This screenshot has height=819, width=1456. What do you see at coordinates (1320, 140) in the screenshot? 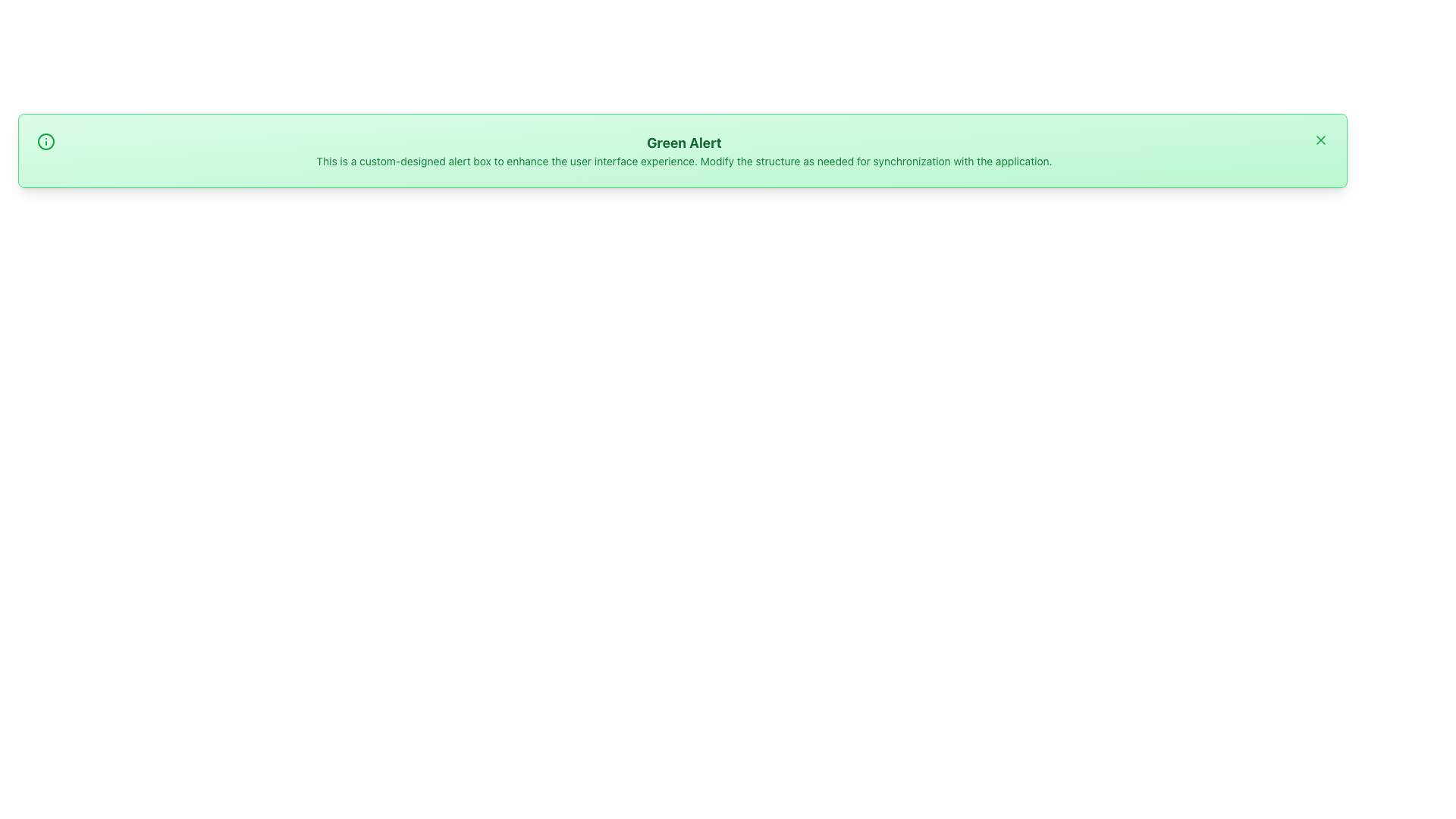
I see `the small square button with a bold green 'X' symbol at the far-right end of the green alert box` at bounding box center [1320, 140].